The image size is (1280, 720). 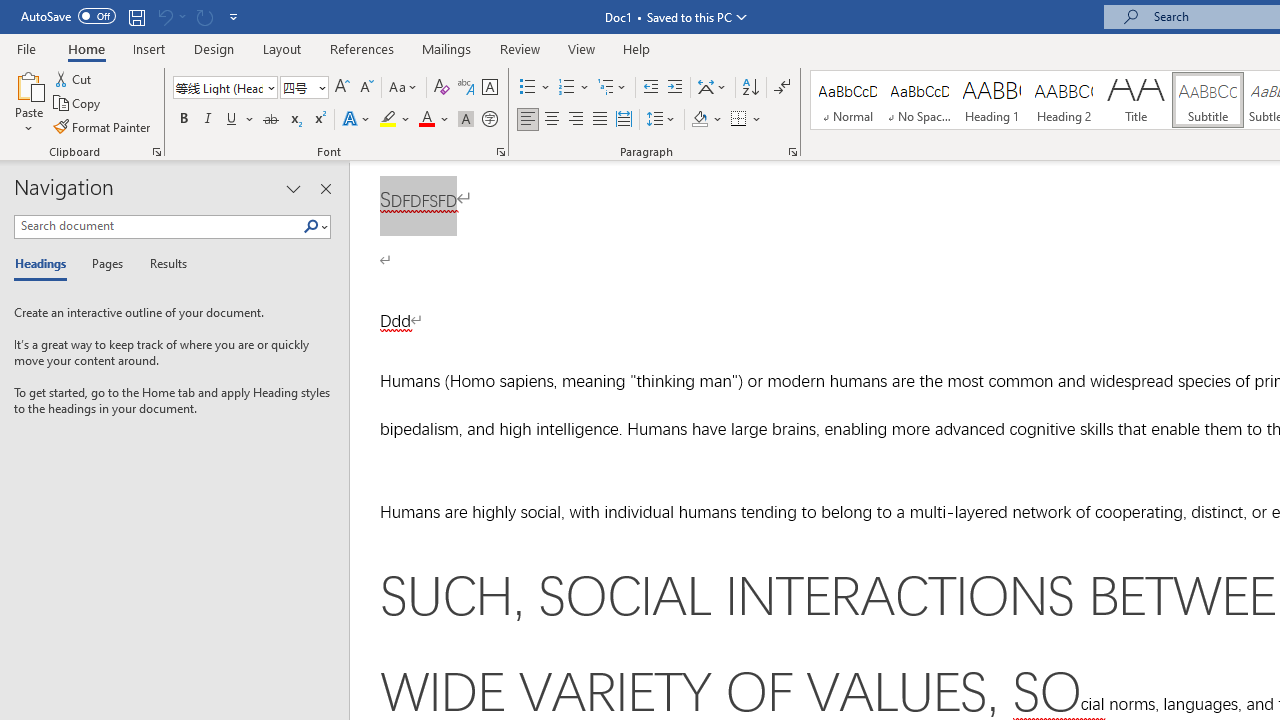 I want to click on 'Multilevel List', so click(x=612, y=86).